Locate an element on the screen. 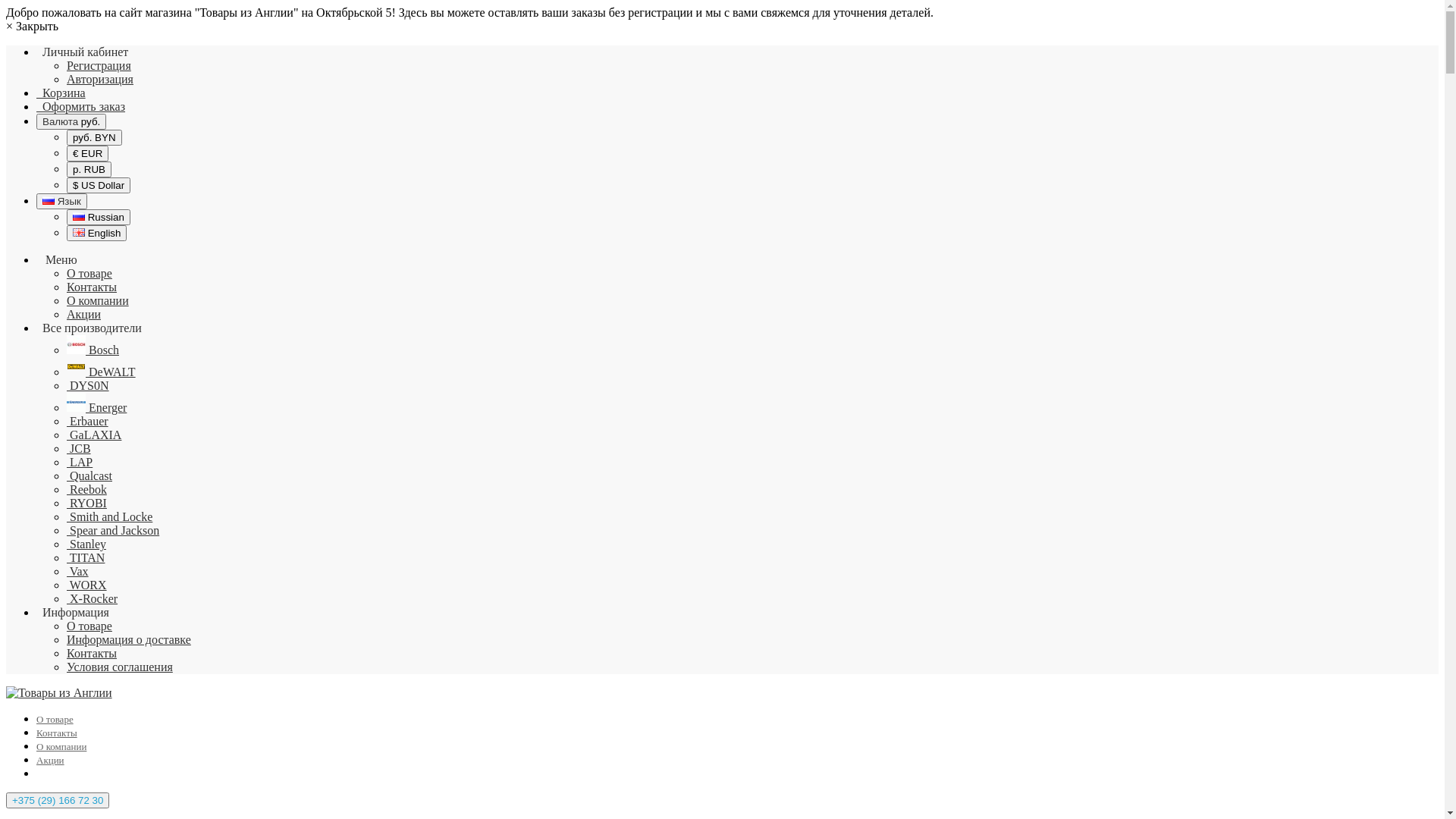 Image resolution: width=1456 pixels, height=819 pixels. 'Smith and Locke' is located at coordinates (108, 516).